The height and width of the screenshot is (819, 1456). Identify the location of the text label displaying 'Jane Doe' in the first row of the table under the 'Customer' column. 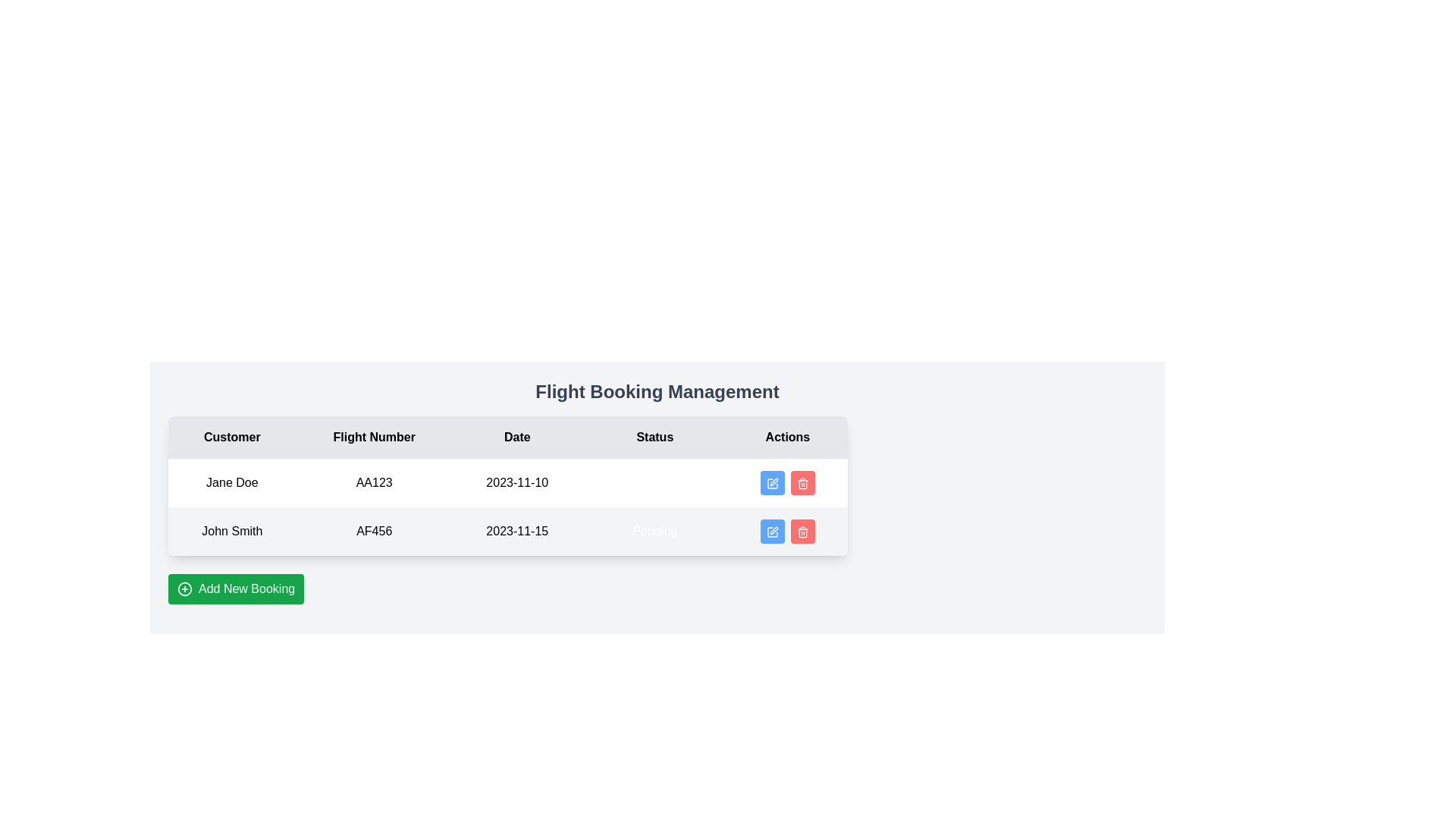
(231, 482).